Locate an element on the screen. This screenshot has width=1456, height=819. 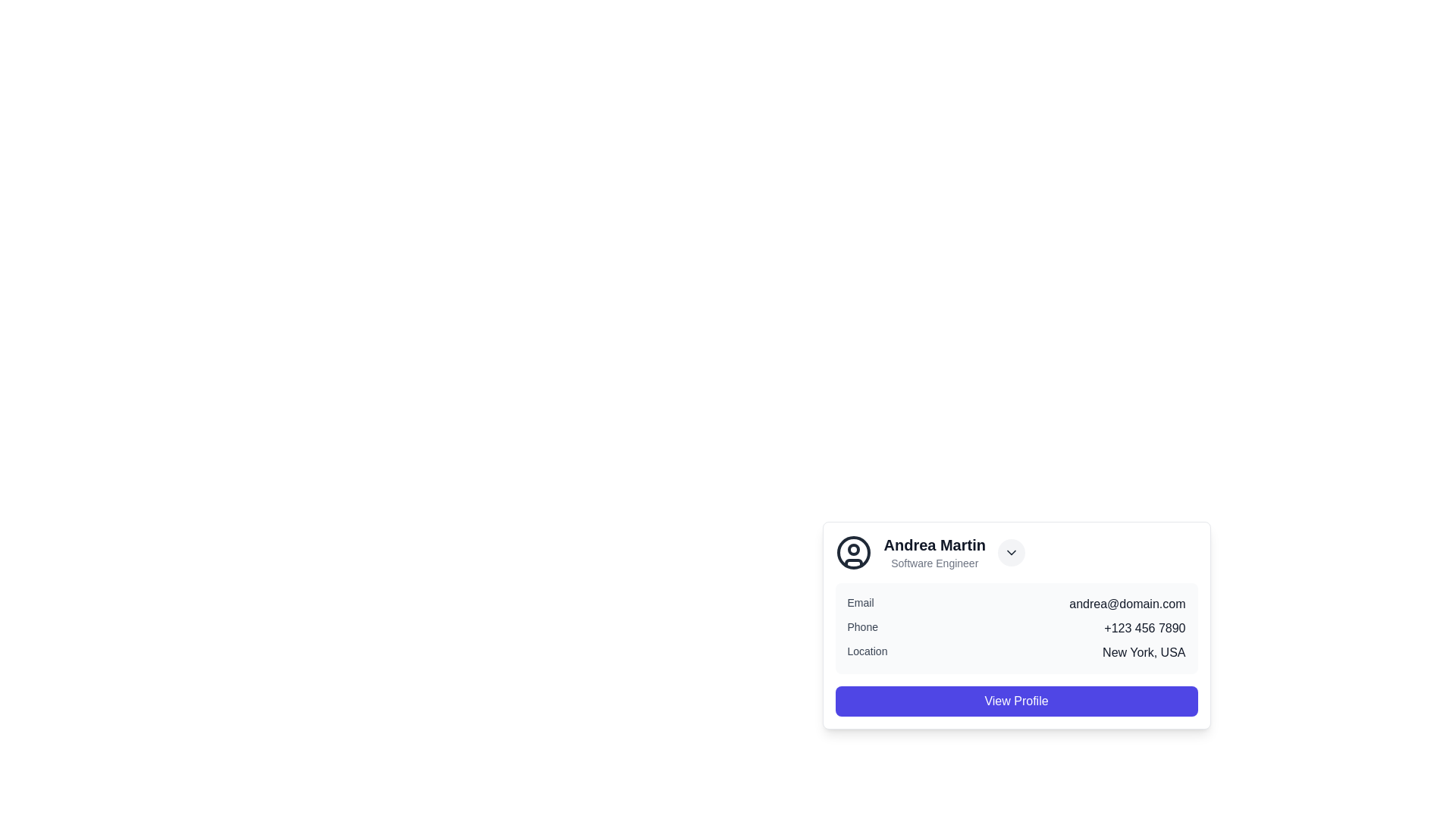
the circular user avatar icon located at the top-left corner of the user profile card to interact with the profile is located at coordinates (853, 553).